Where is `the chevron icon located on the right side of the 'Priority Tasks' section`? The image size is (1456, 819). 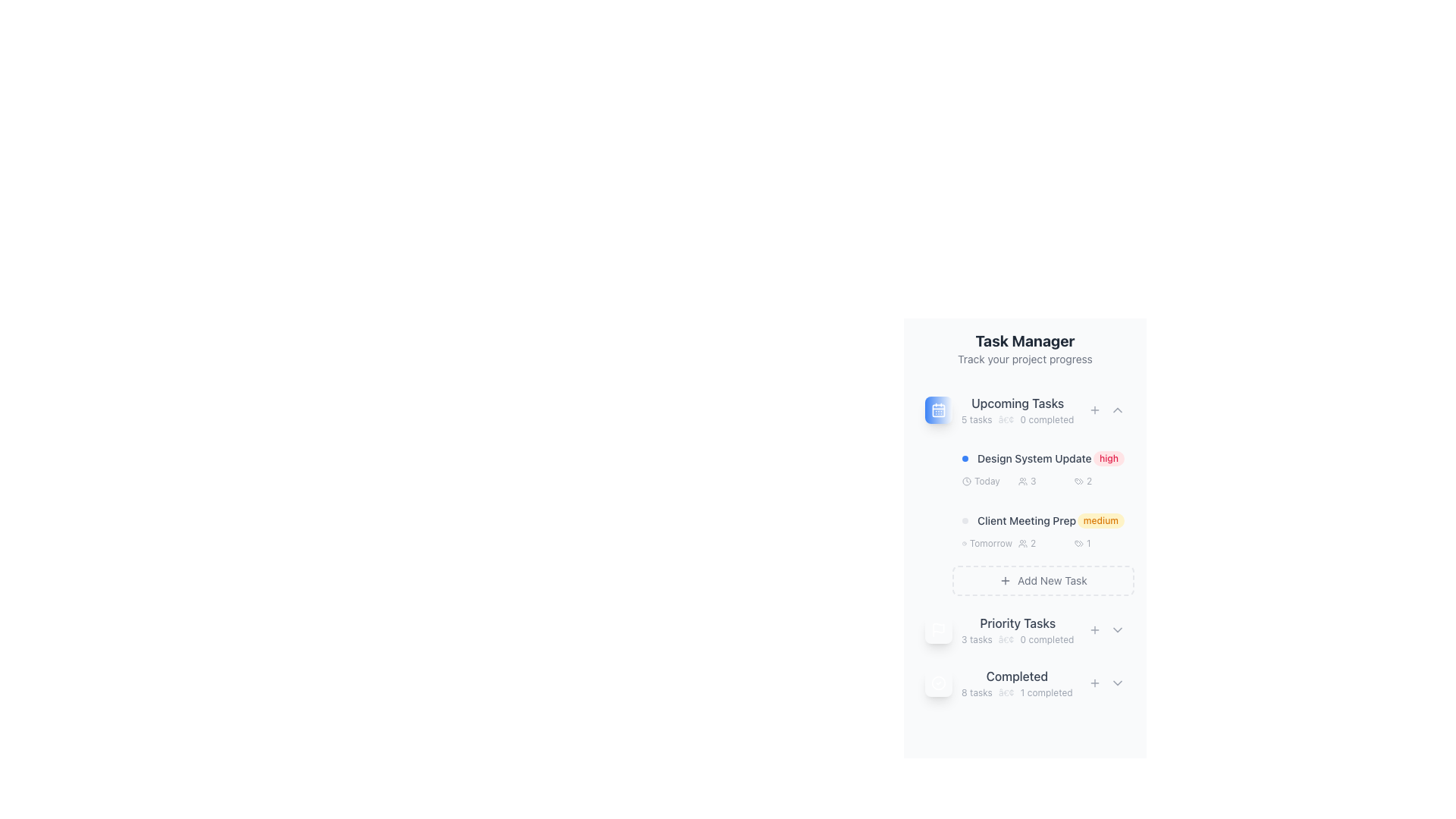 the chevron icon located on the right side of the 'Priority Tasks' section is located at coordinates (1117, 629).